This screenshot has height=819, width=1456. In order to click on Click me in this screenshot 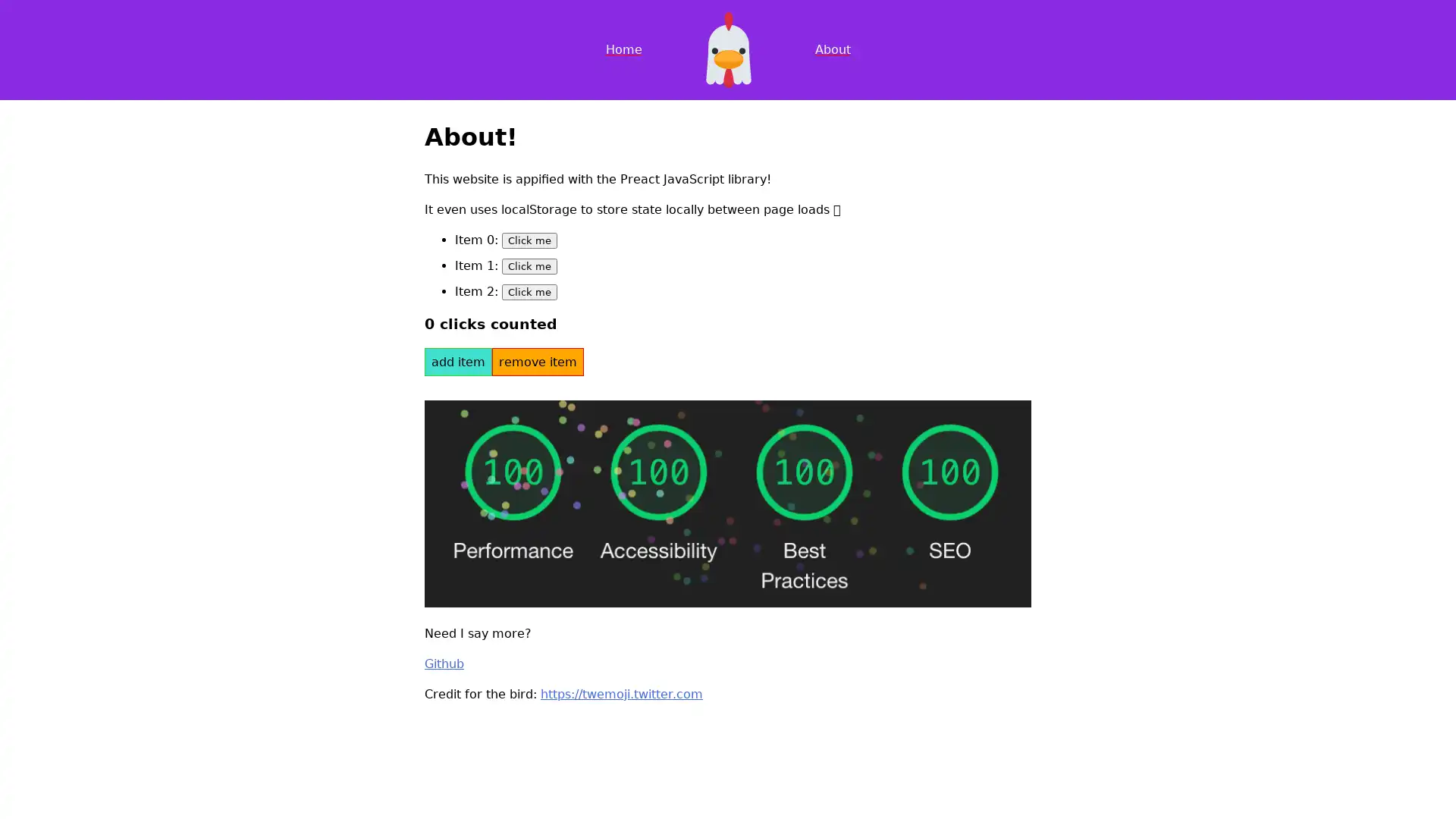, I will do `click(529, 265)`.